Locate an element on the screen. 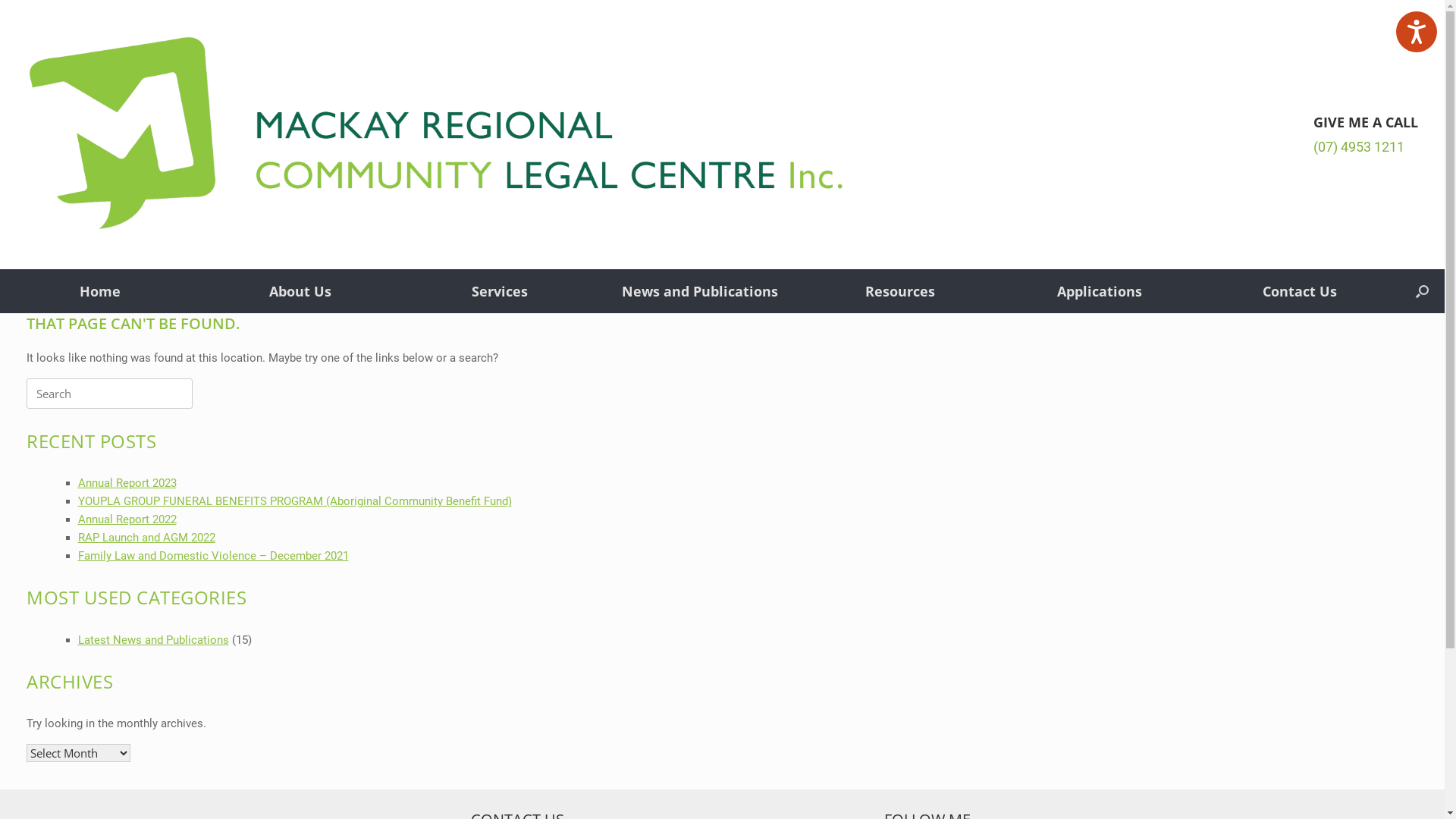 The image size is (1456, 819). 'Applications' is located at coordinates (1100, 291).